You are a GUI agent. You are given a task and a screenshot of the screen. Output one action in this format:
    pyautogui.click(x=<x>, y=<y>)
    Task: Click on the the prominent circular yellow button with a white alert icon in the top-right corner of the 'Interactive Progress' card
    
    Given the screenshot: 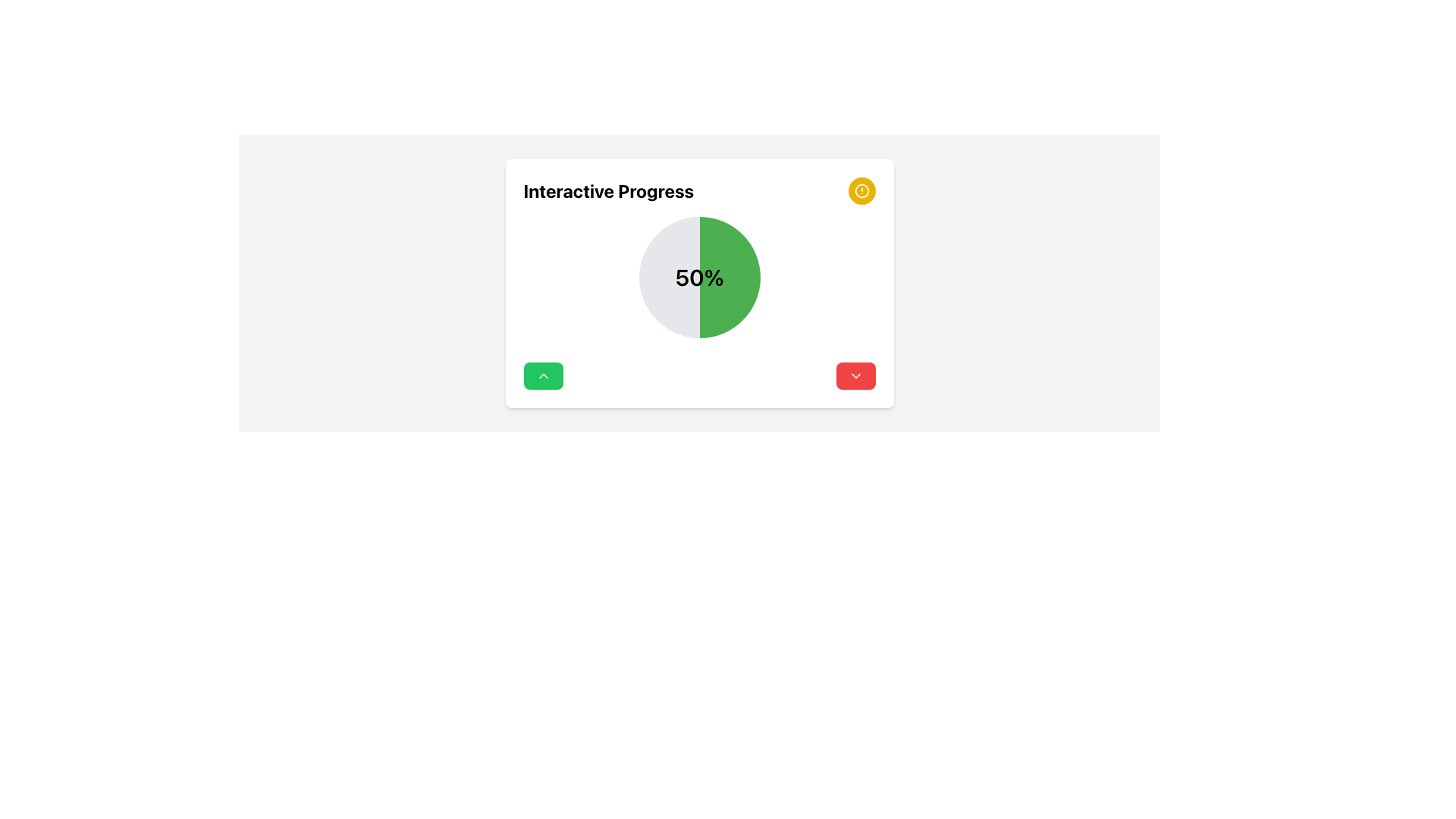 What is the action you would take?
    pyautogui.click(x=861, y=190)
    